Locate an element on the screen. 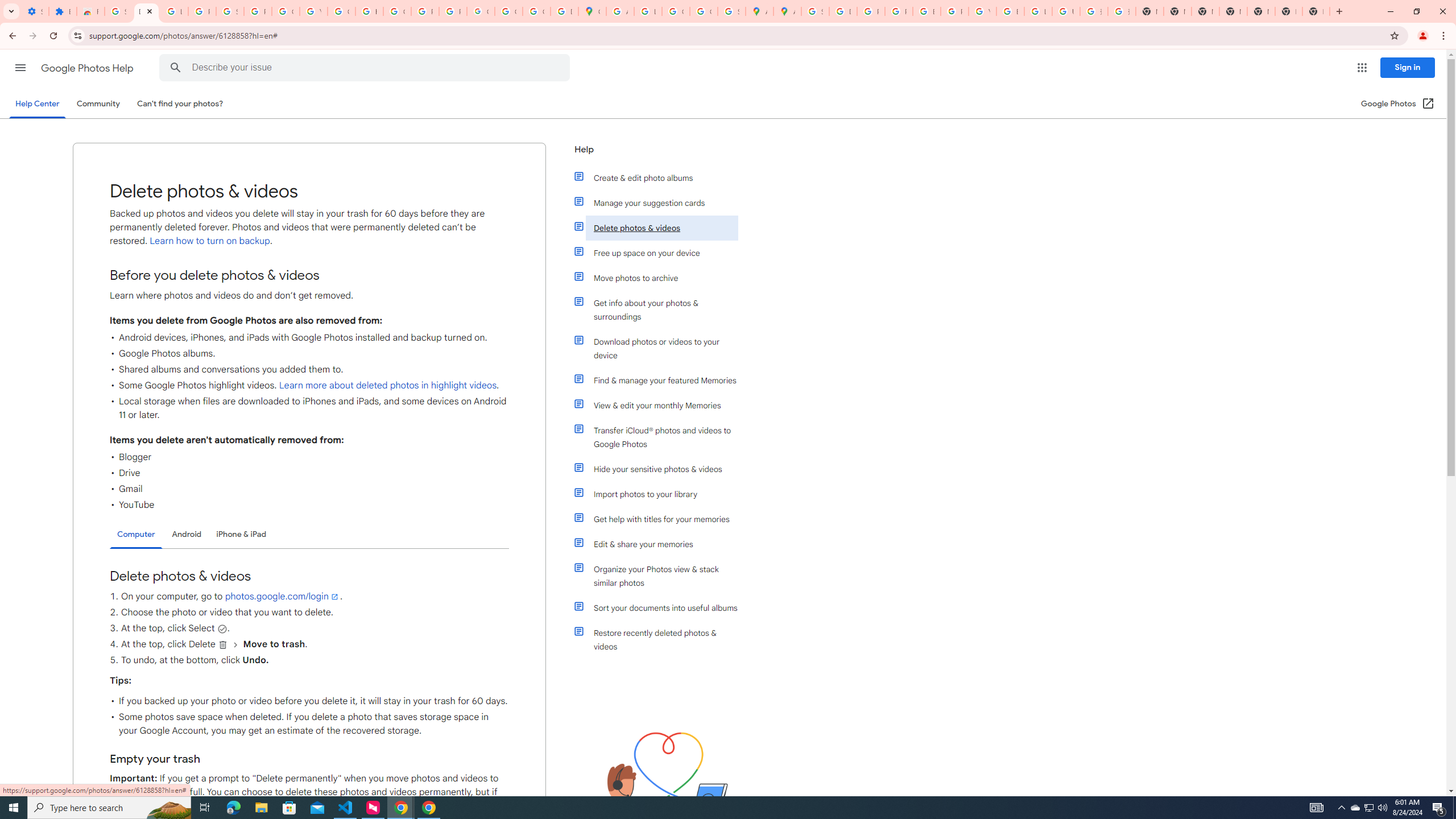 The width and height of the screenshot is (1456, 819). 'Google Photos (Open in a new window)' is located at coordinates (1397, 103).